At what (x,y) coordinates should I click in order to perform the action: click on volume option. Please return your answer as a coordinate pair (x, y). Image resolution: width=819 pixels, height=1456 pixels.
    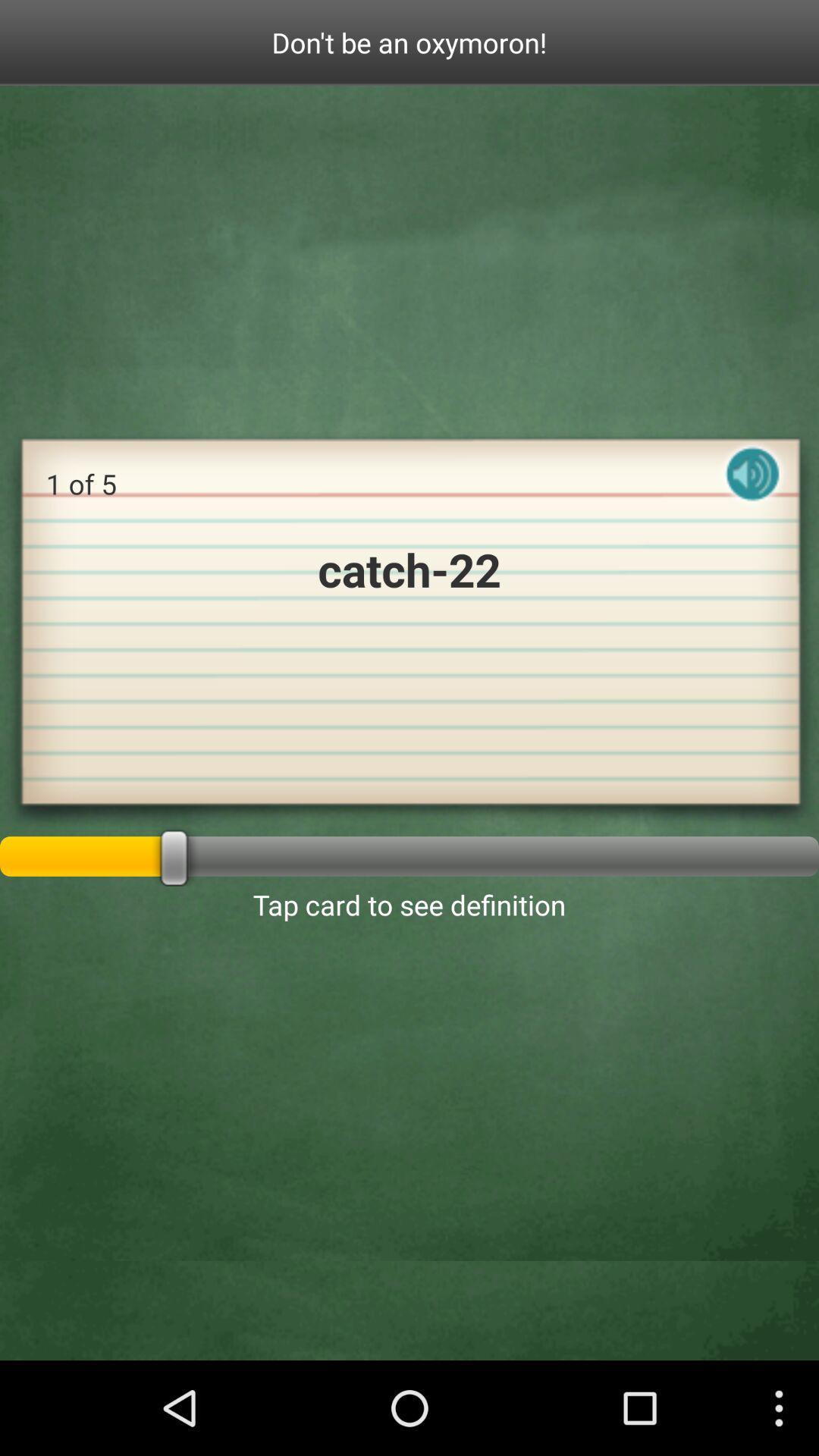
    Looking at the image, I should click on (752, 487).